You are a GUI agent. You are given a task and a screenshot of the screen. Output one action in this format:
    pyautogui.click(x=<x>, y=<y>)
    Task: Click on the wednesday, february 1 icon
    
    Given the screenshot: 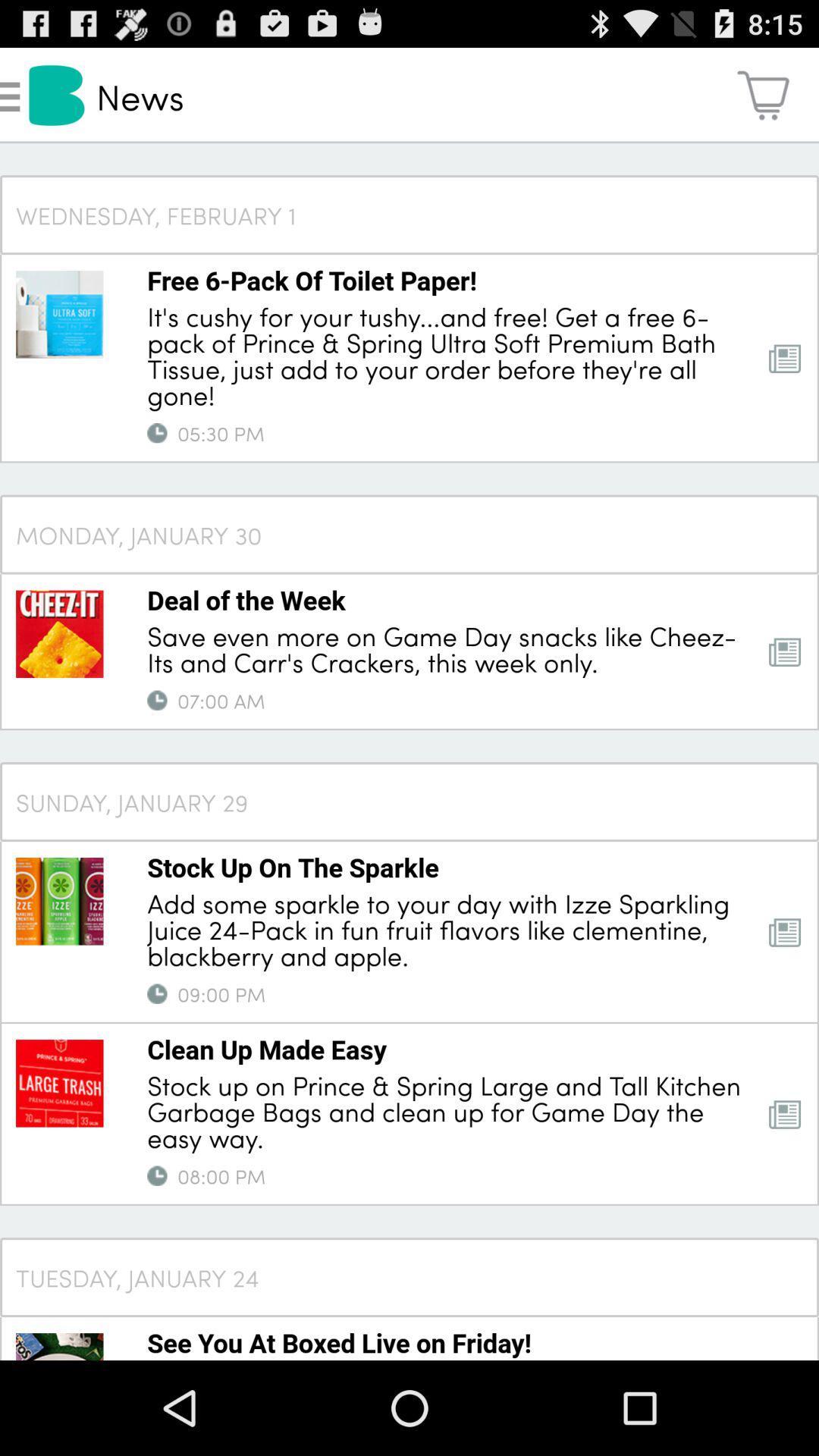 What is the action you would take?
    pyautogui.click(x=409, y=214)
    